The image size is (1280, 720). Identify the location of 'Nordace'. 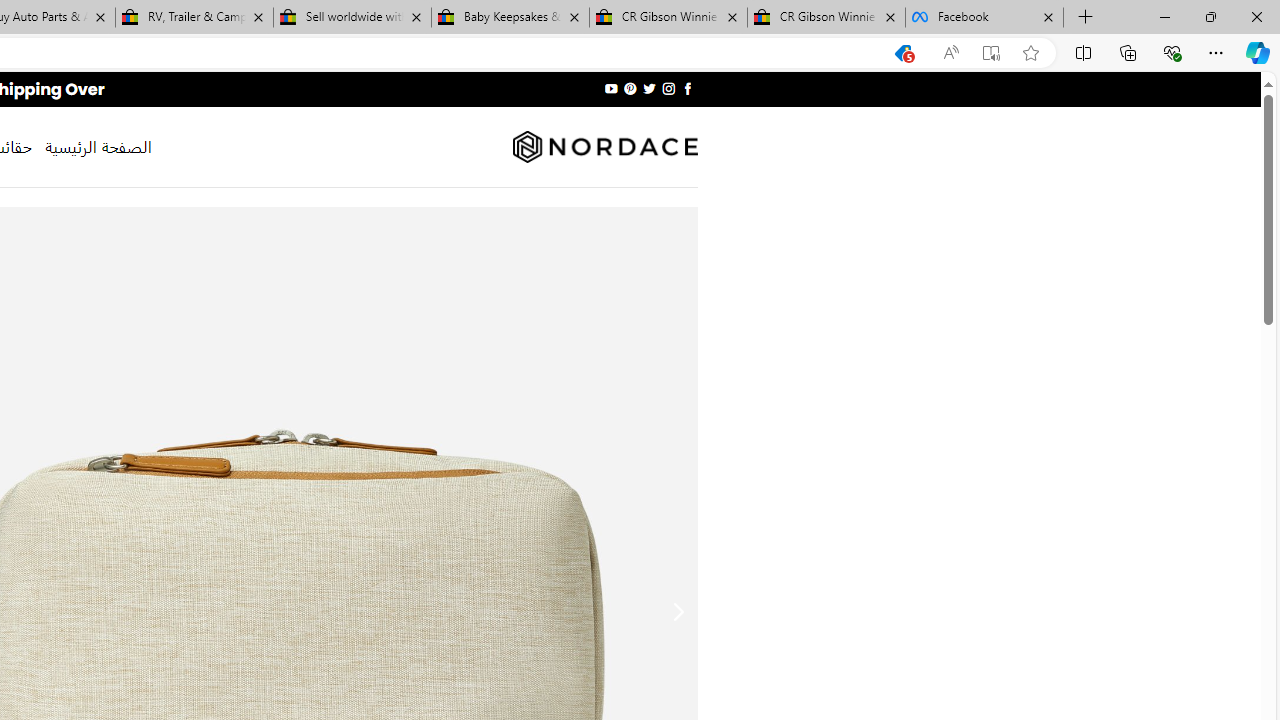
(603, 146).